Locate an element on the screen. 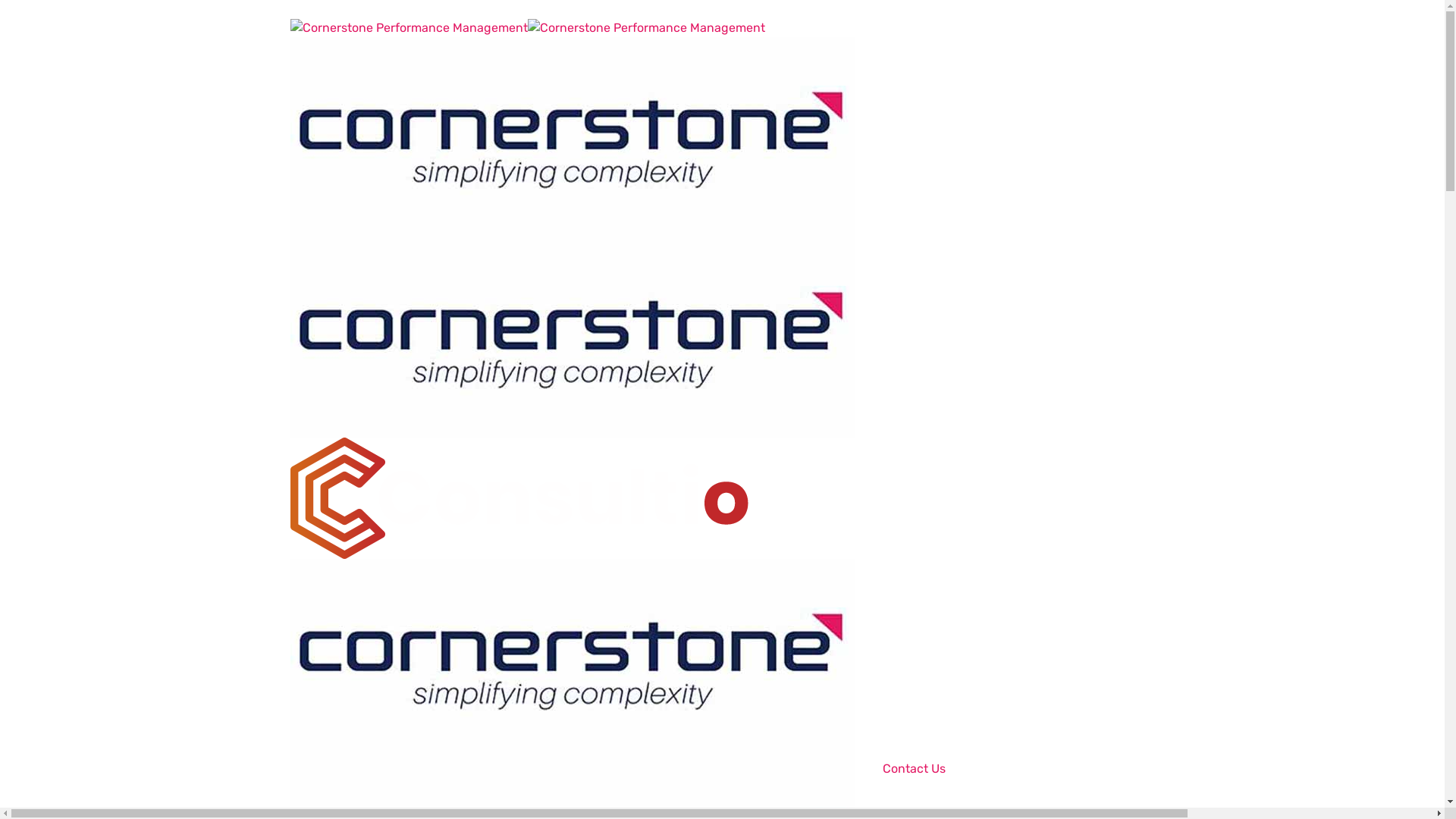 Image resolution: width=1456 pixels, height=819 pixels. 'Cornerstone Performance Management' is located at coordinates (408, 27).